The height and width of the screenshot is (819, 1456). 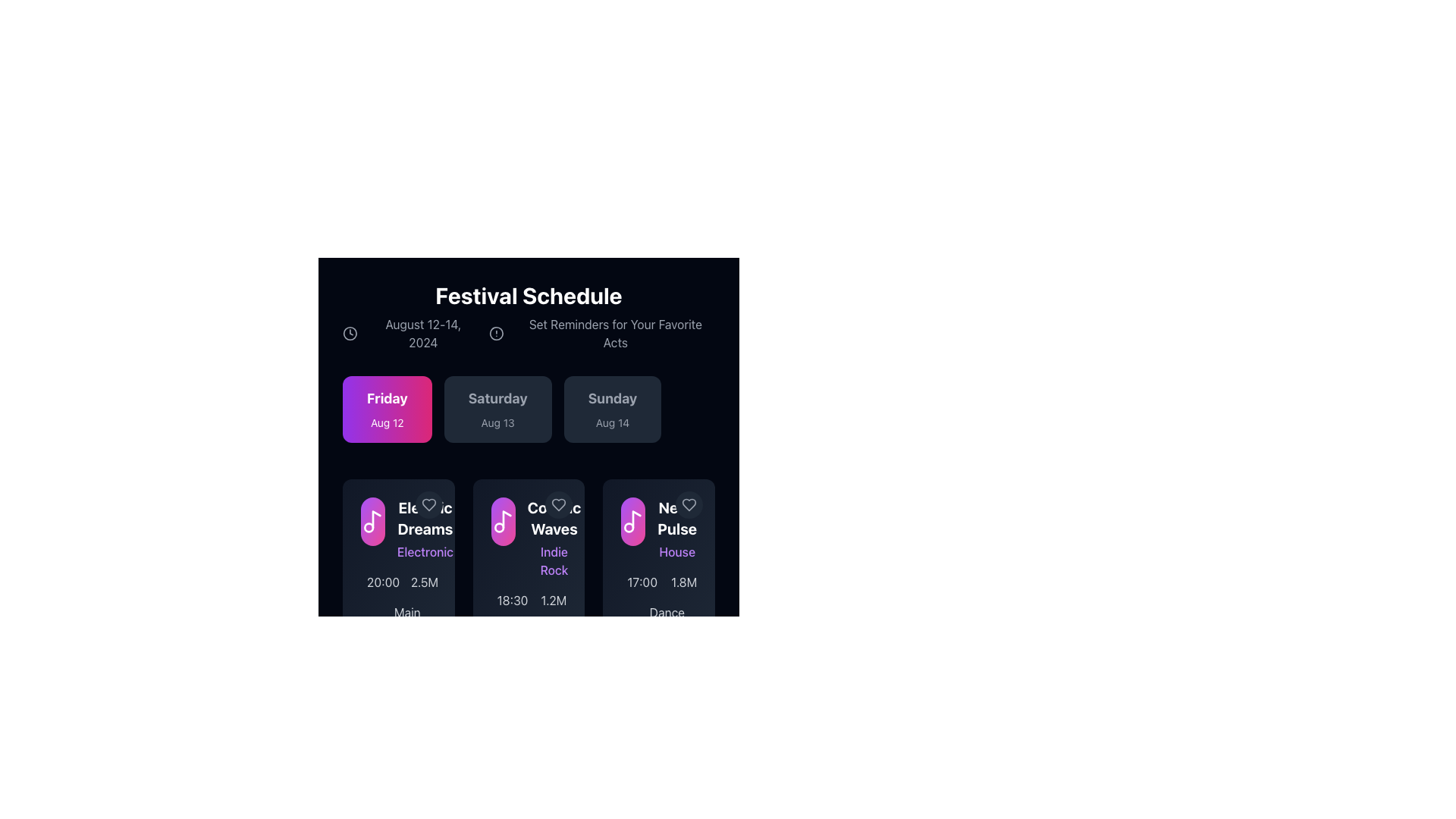 What do you see at coordinates (676, 552) in the screenshot?
I see `the static text label displaying 'House' located within the 'Neon Pulse' card in the festival schedule interface to trigger any potential tooltip or visual effect` at bounding box center [676, 552].